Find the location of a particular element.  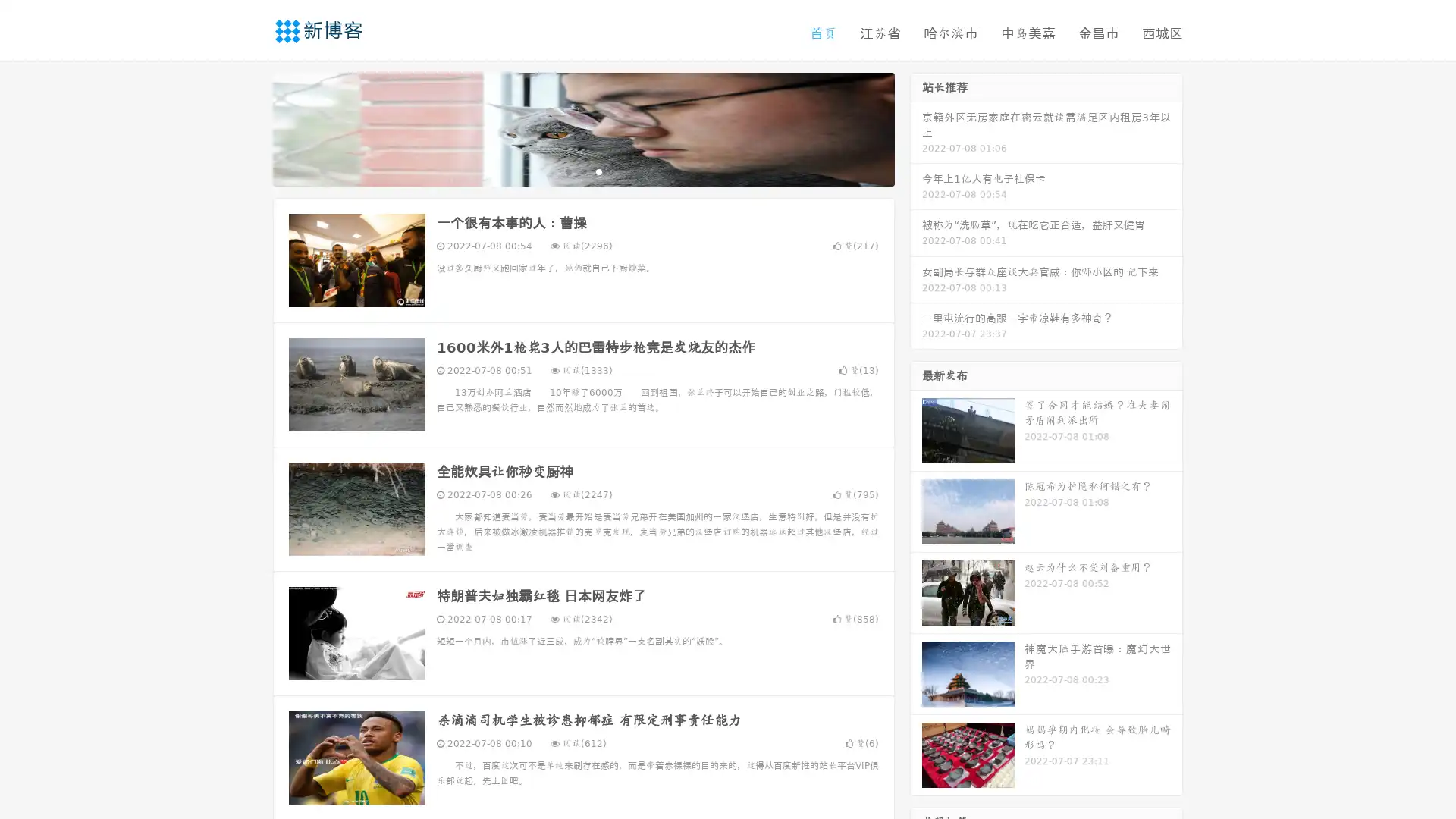

Next slide is located at coordinates (916, 127).